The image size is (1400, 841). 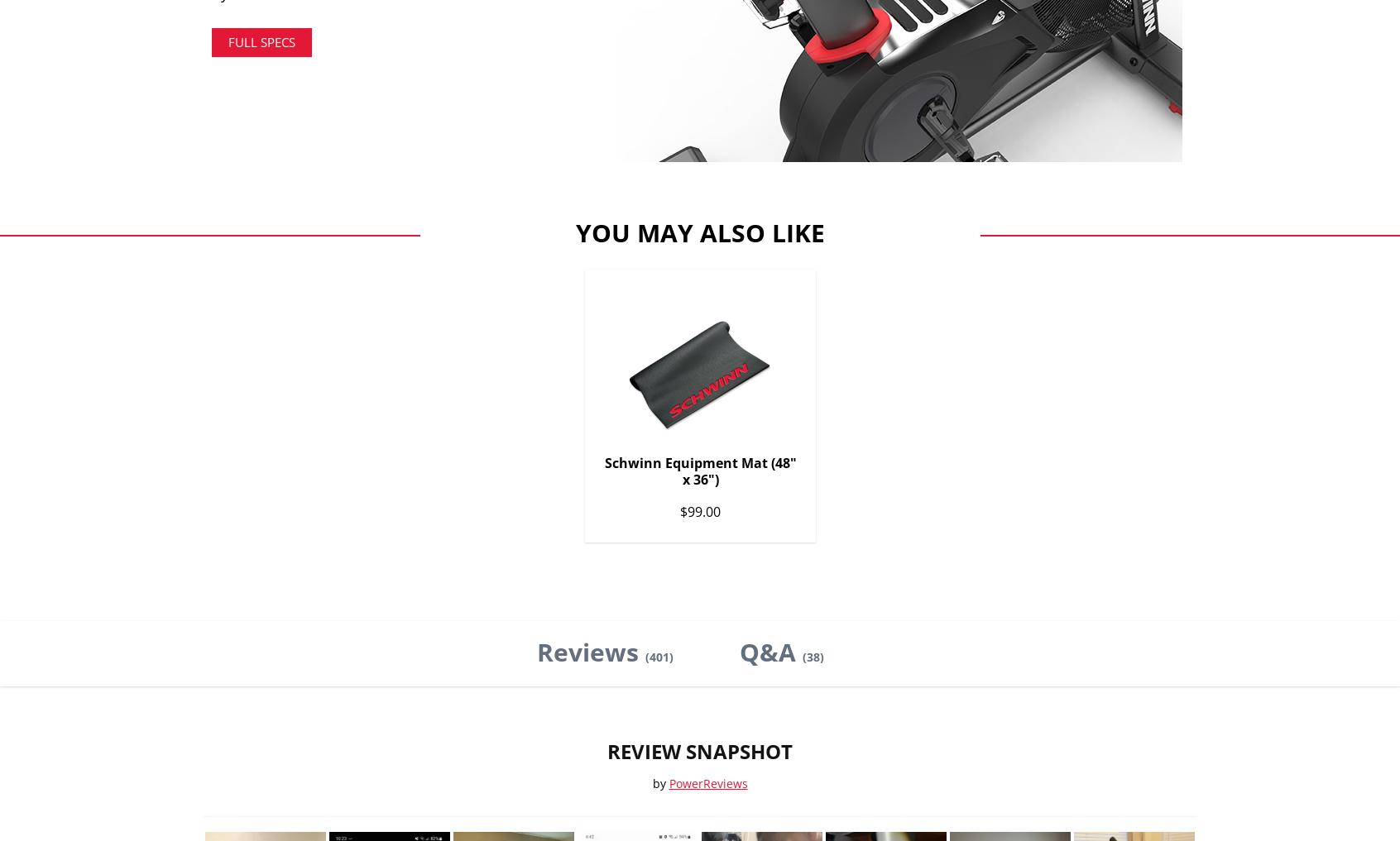 What do you see at coordinates (813, 655) in the screenshot?
I see `'(38)'` at bounding box center [813, 655].